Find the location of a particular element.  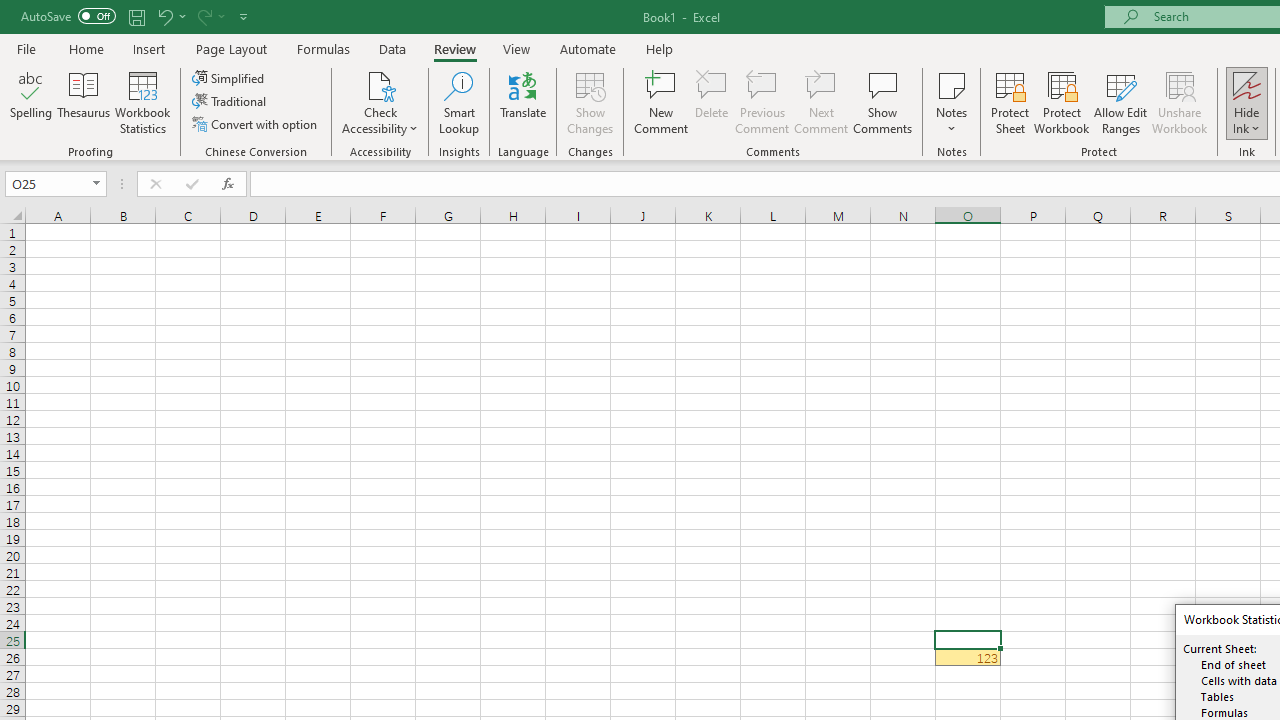

'Show Comments' is located at coordinates (882, 103).